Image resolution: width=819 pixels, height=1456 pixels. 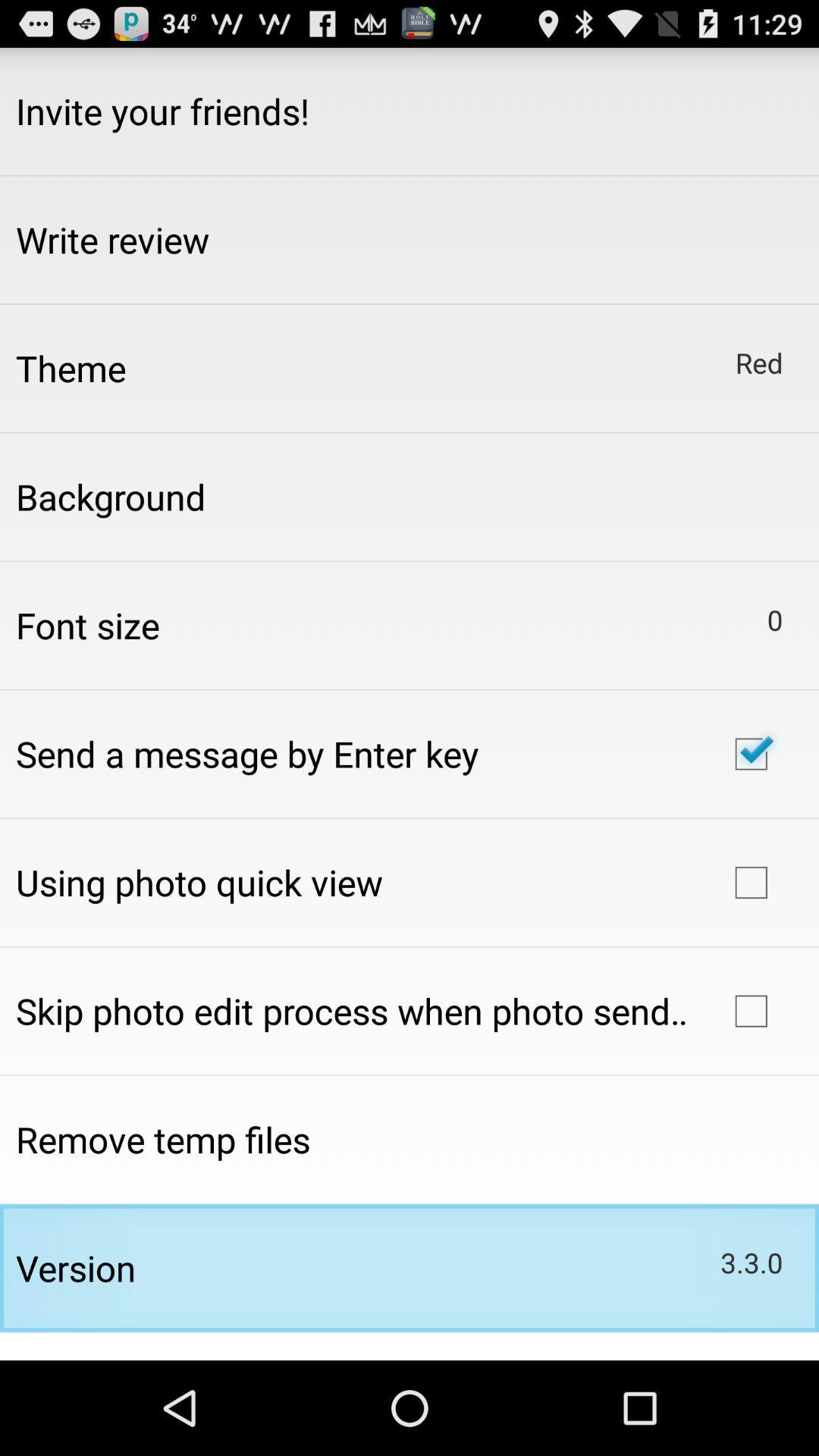 What do you see at coordinates (246, 754) in the screenshot?
I see `app below the font size item` at bounding box center [246, 754].